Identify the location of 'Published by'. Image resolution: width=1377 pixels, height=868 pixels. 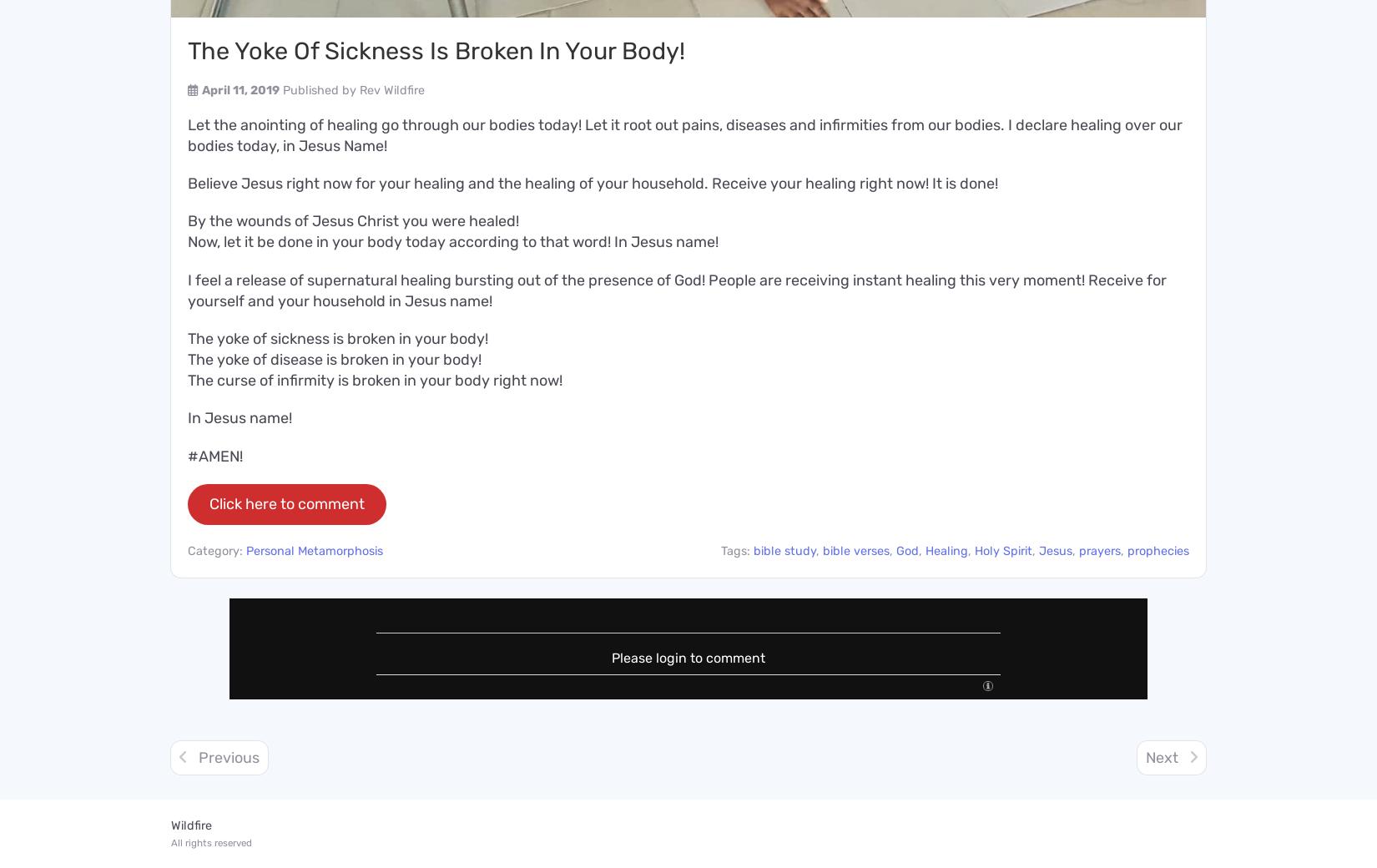
(283, 89).